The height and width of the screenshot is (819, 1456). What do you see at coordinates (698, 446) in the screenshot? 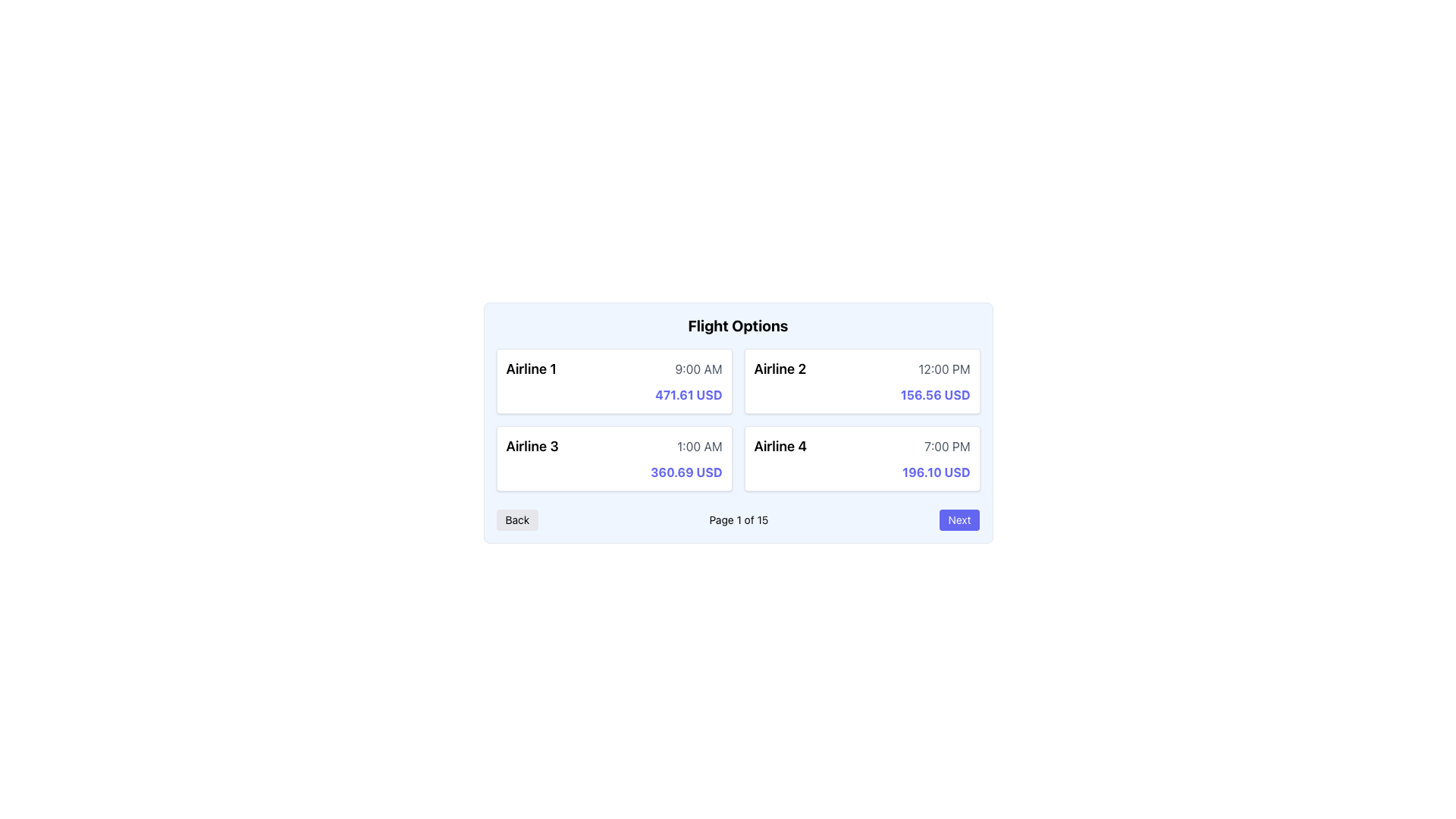
I see `the text element displaying '1:00 AM' in a gray font, located in the lower-left box labeled 'Airline 3'` at bounding box center [698, 446].